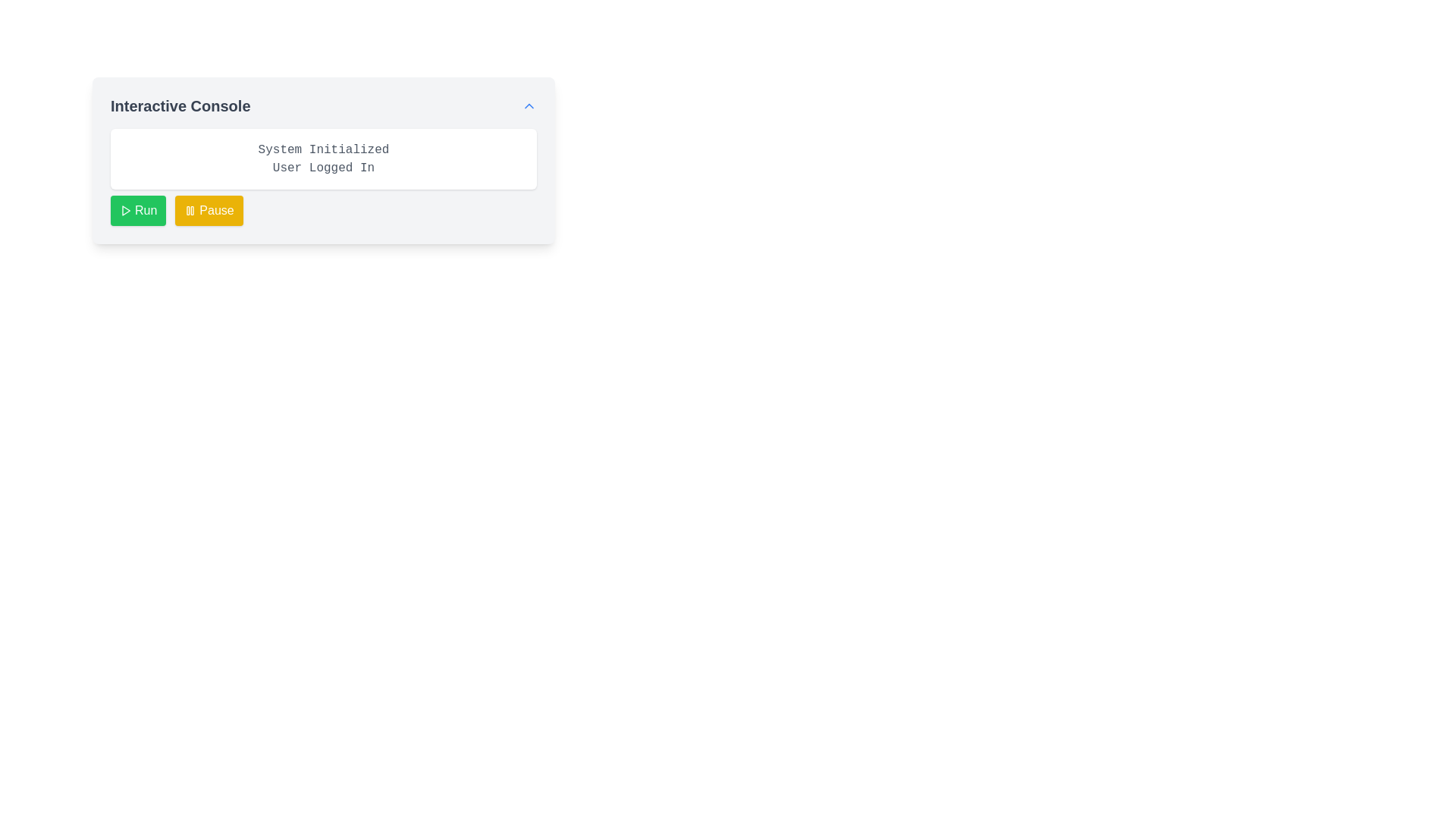  What do you see at coordinates (323, 168) in the screenshot?
I see `the static text element that indicates the login status, displaying 'User Logged In.'` at bounding box center [323, 168].